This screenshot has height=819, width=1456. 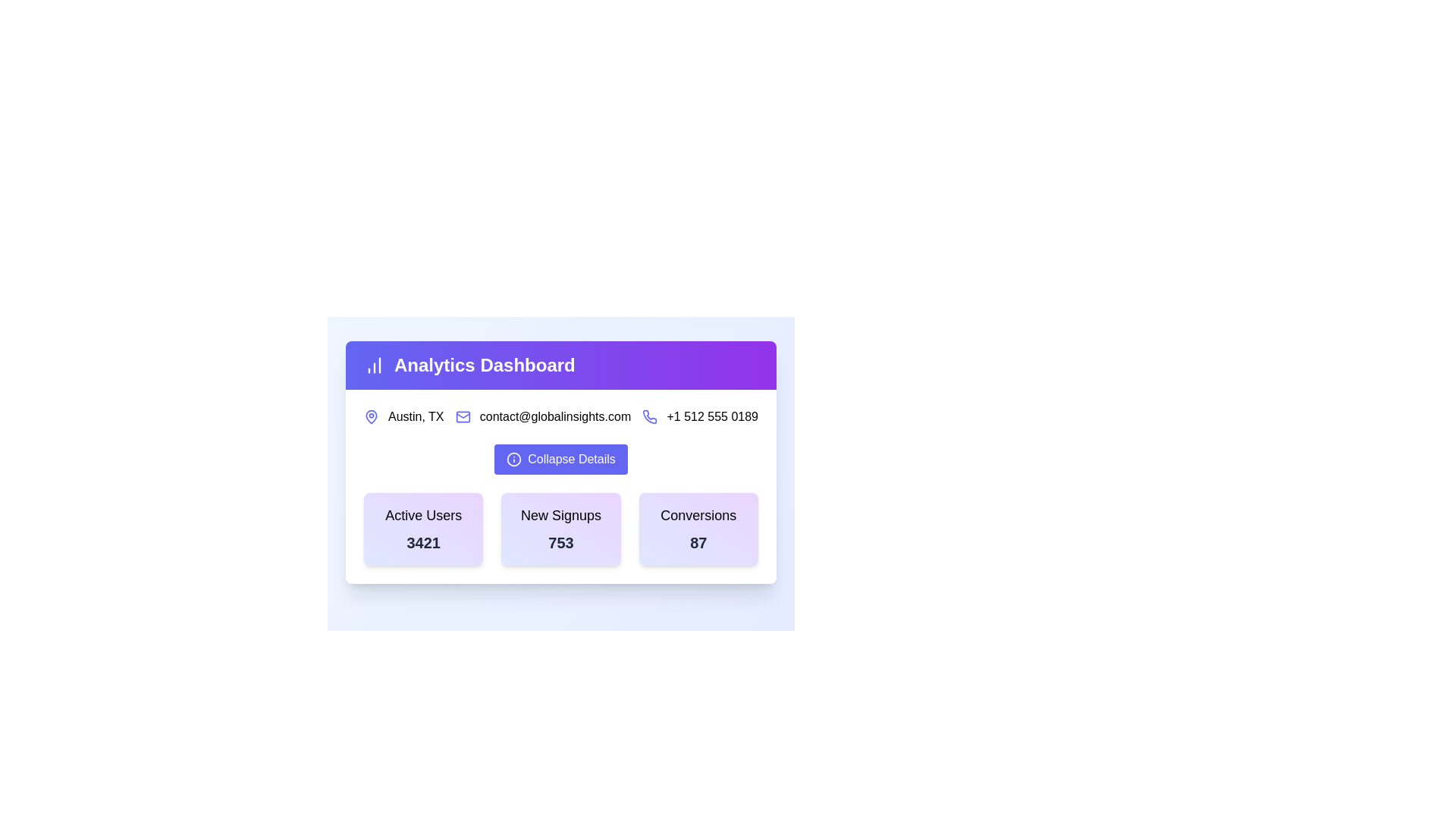 I want to click on the static text displaying the phone number '+1 512 555 0189' located in the top-right corner below the 'Analytics Dashboard' header, so click(x=711, y=417).